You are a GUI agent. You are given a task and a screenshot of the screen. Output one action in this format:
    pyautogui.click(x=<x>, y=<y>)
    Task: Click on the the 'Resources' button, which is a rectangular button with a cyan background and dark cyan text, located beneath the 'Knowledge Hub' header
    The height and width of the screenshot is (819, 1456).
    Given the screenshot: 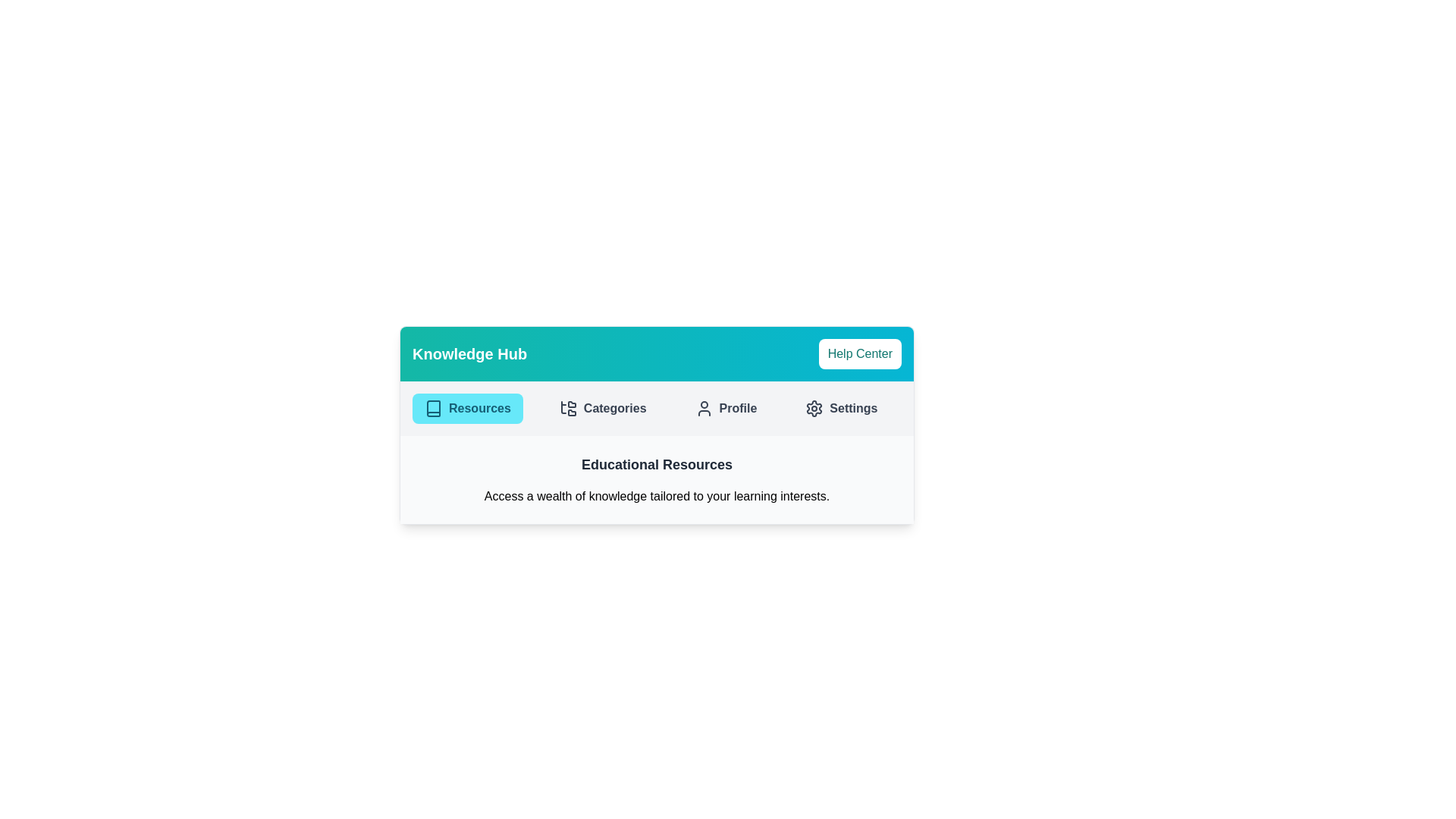 What is the action you would take?
    pyautogui.click(x=466, y=408)
    